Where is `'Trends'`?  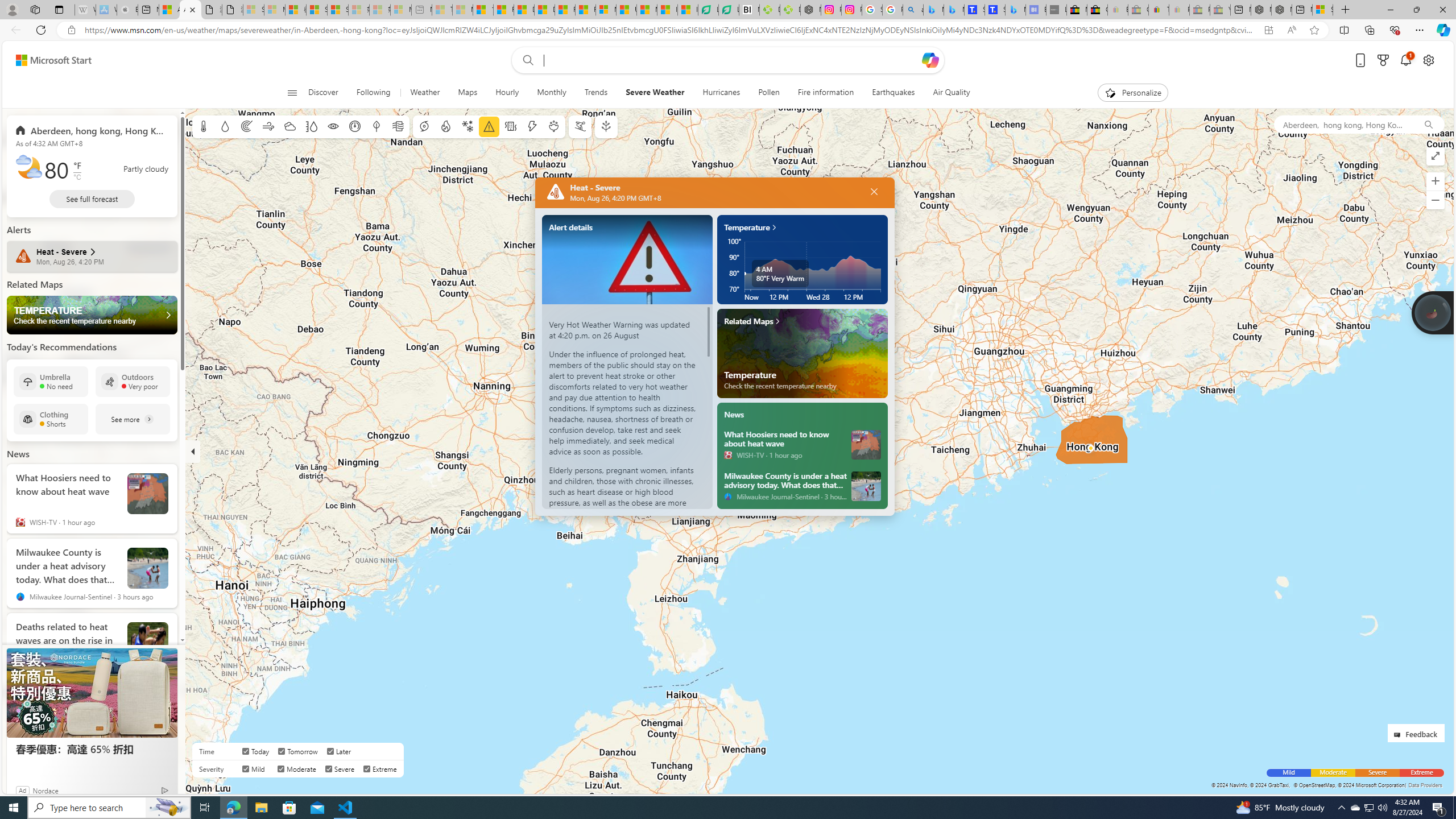
'Trends' is located at coordinates (595, 92).